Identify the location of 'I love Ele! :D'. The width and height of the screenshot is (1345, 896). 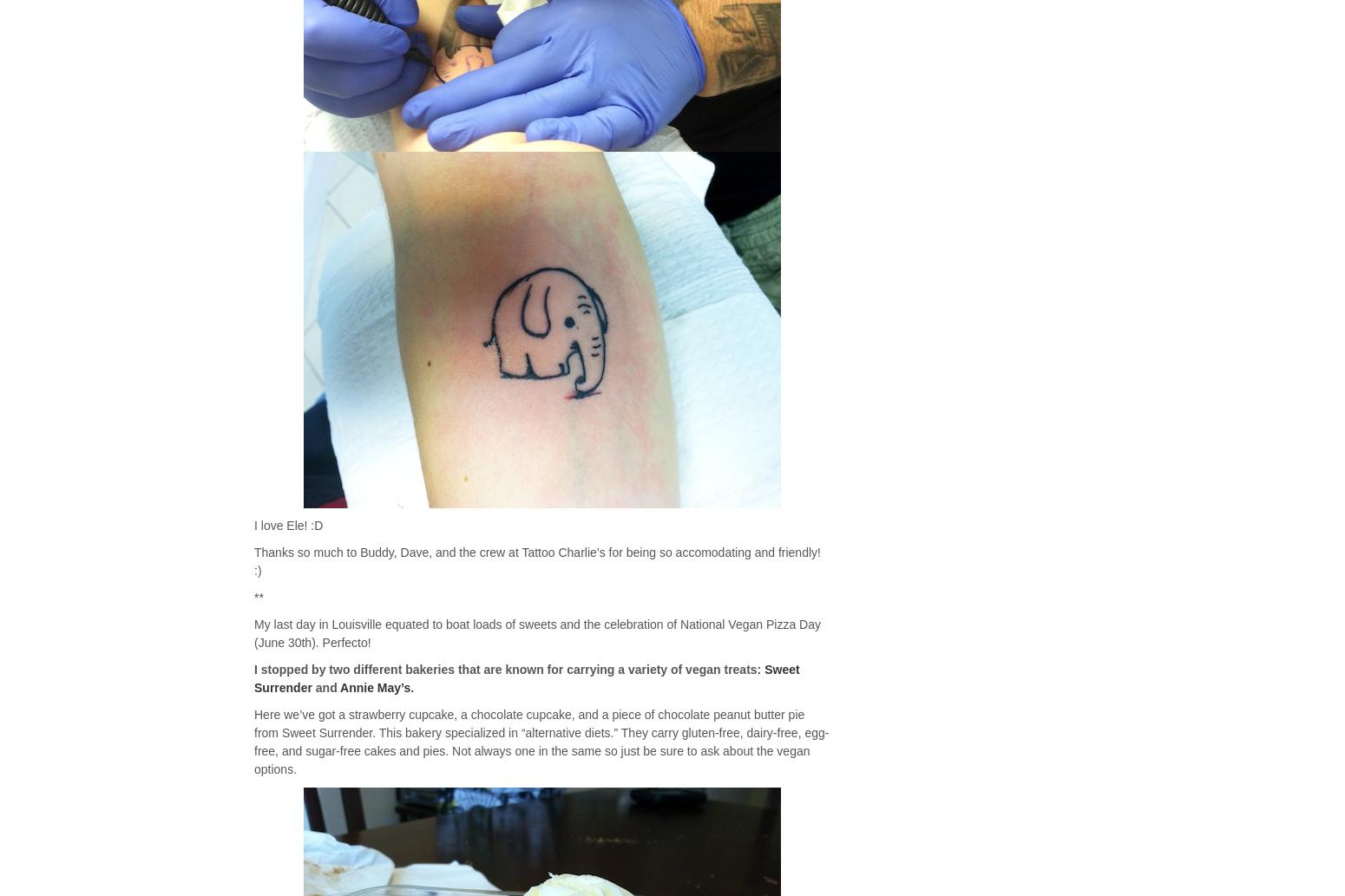
(287, 524).